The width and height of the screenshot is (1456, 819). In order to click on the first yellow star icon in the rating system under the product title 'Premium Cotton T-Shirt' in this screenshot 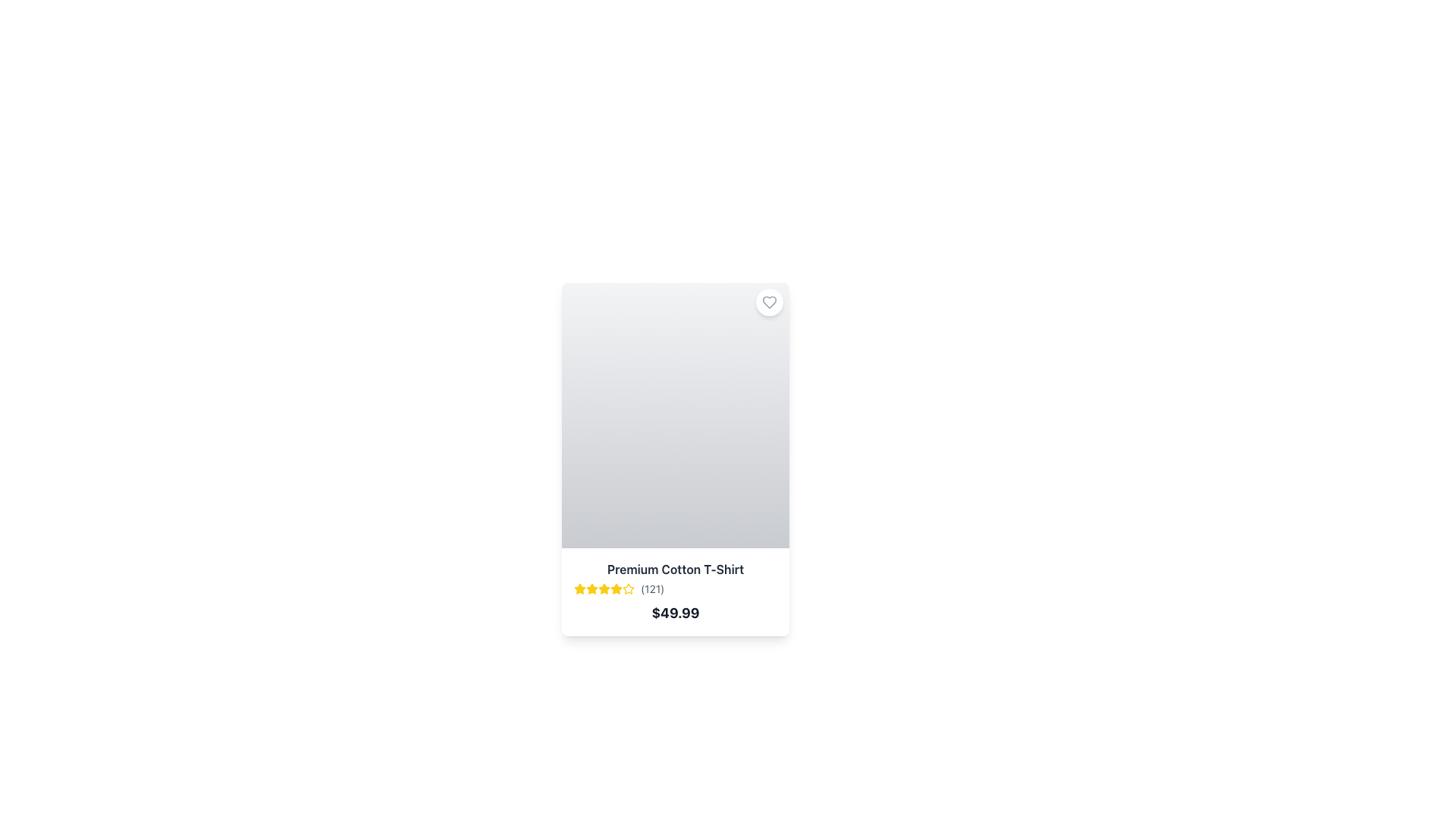, I will do `click(579, 588)`.